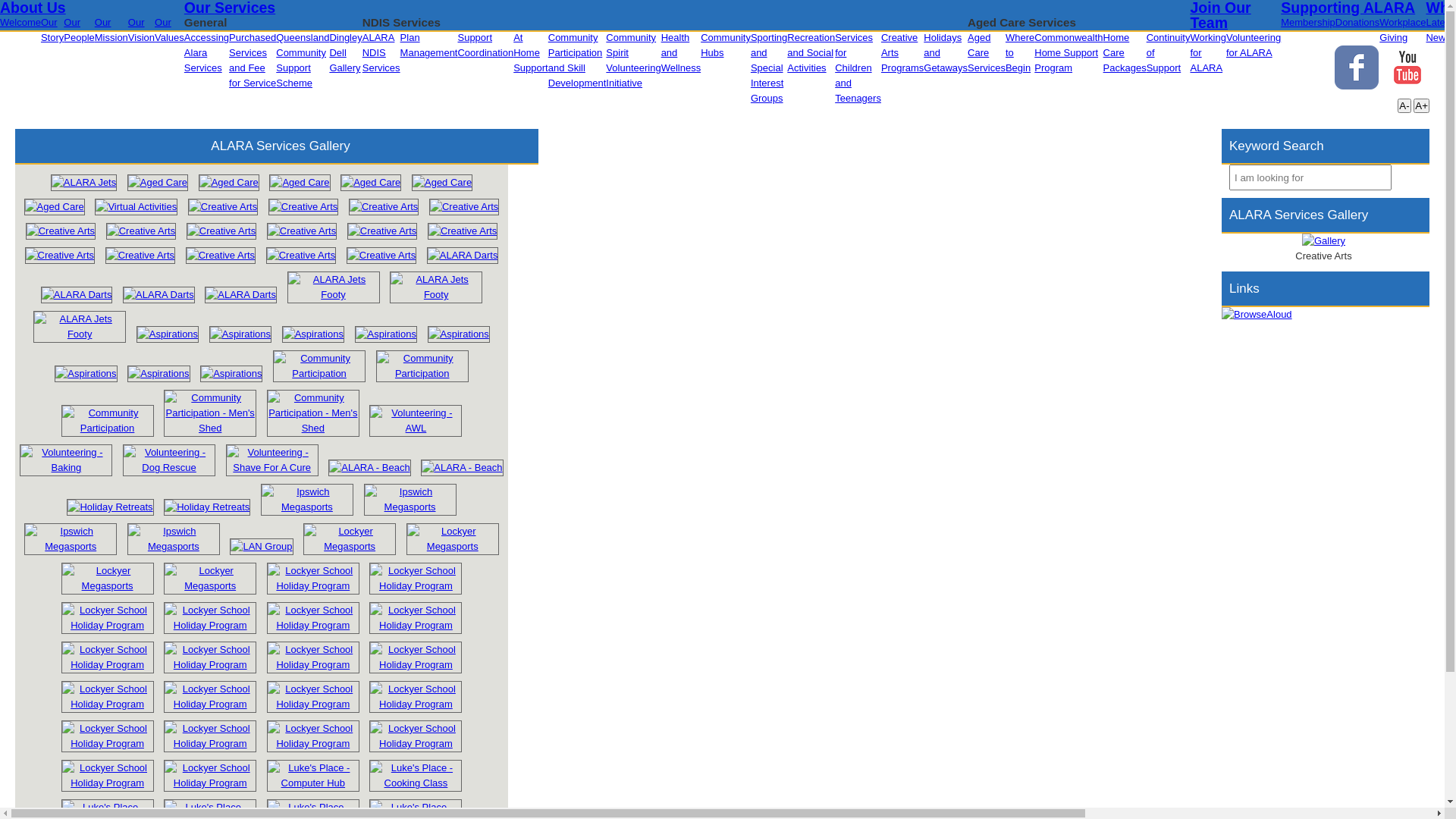 This screenshot has width=1456, height=819. I want to click on 'Volunteering - AWL', so click(369, 421).